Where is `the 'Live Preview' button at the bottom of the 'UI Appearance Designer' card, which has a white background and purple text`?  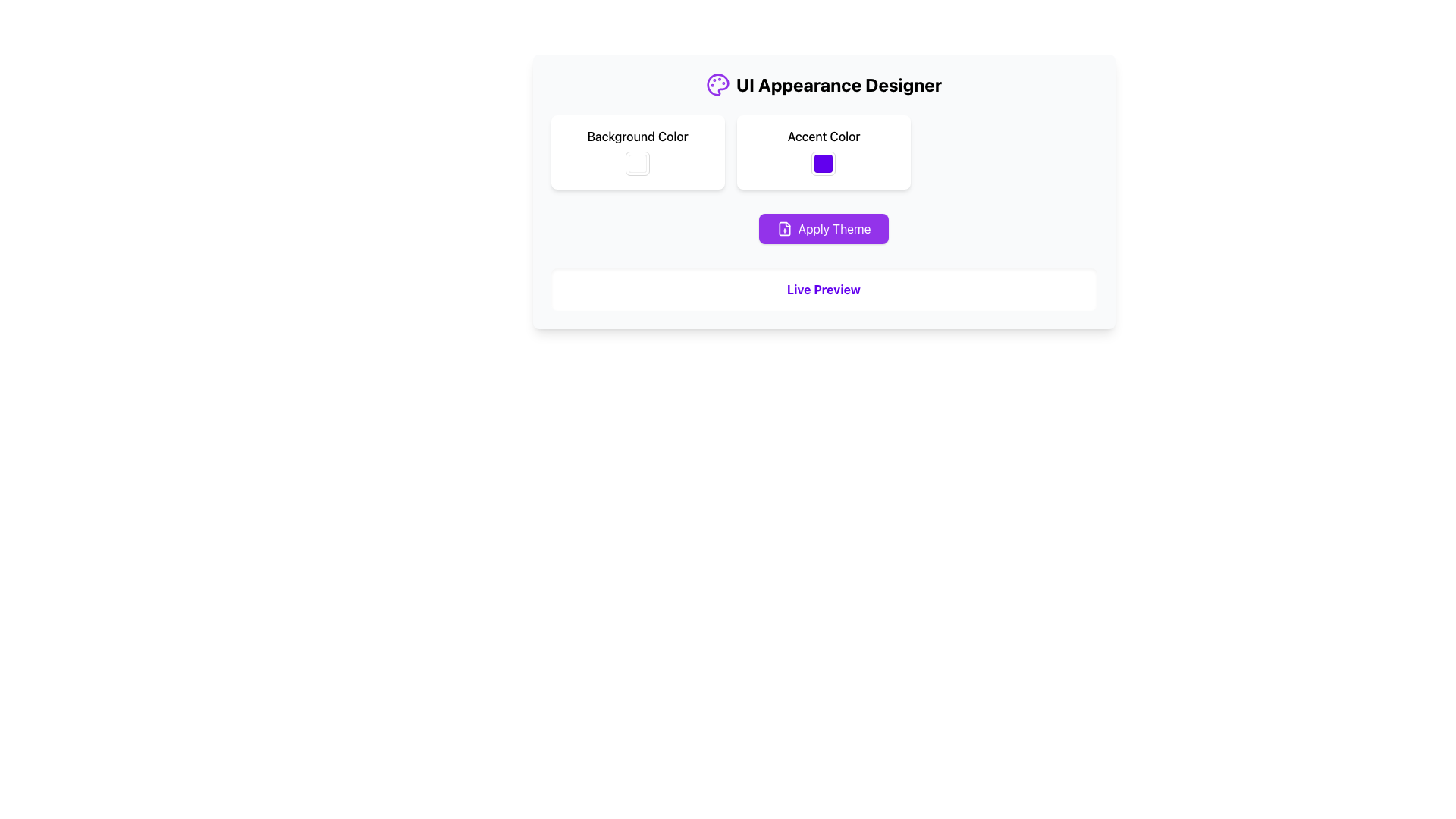 the 'Live Preview' button at the bottom of the 'UI Appearance Designer' card, which has a white background and purple text is located at coordinates (823, 289).